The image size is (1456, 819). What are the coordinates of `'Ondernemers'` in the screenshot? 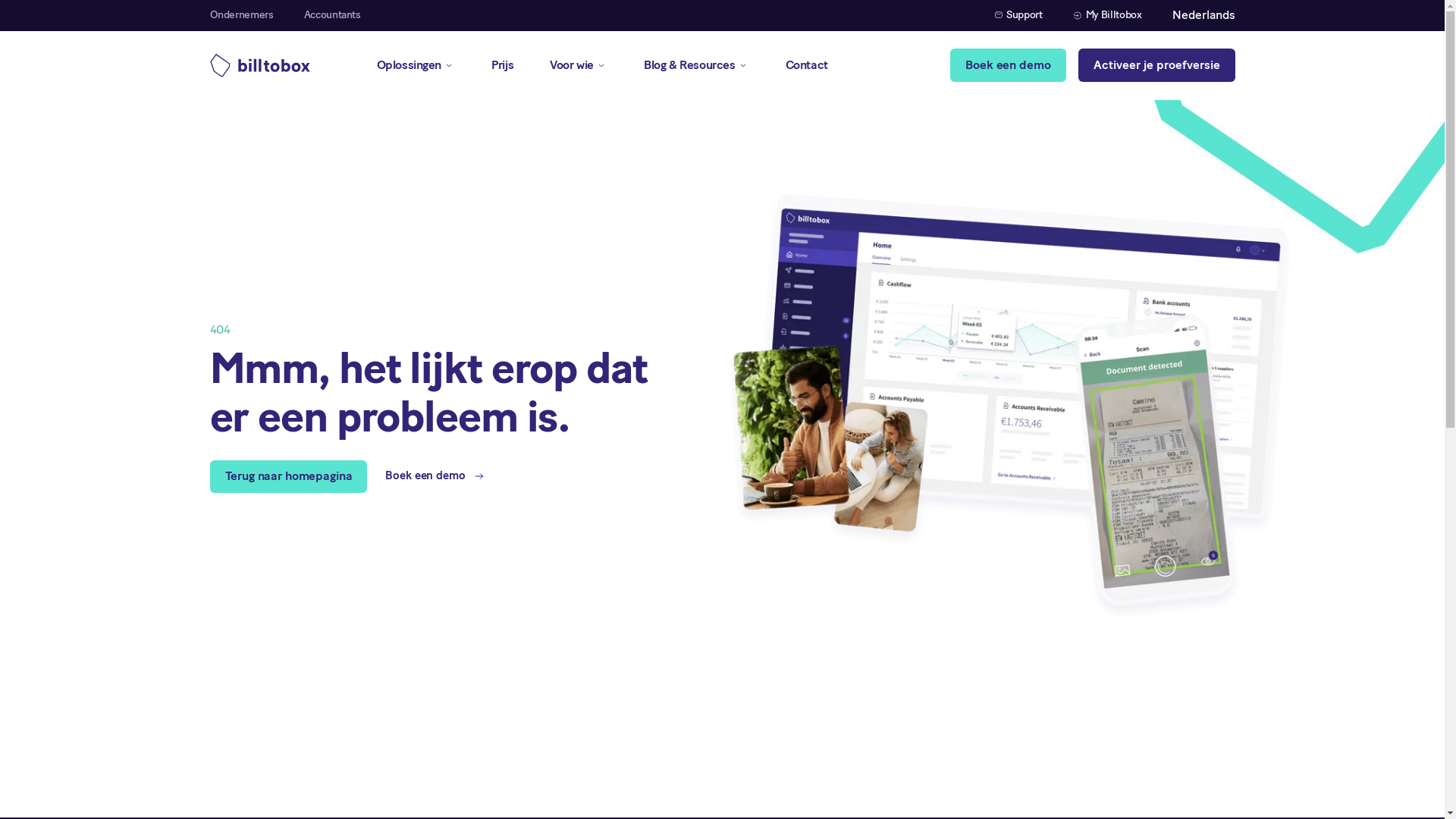 It's located at (240, 15).